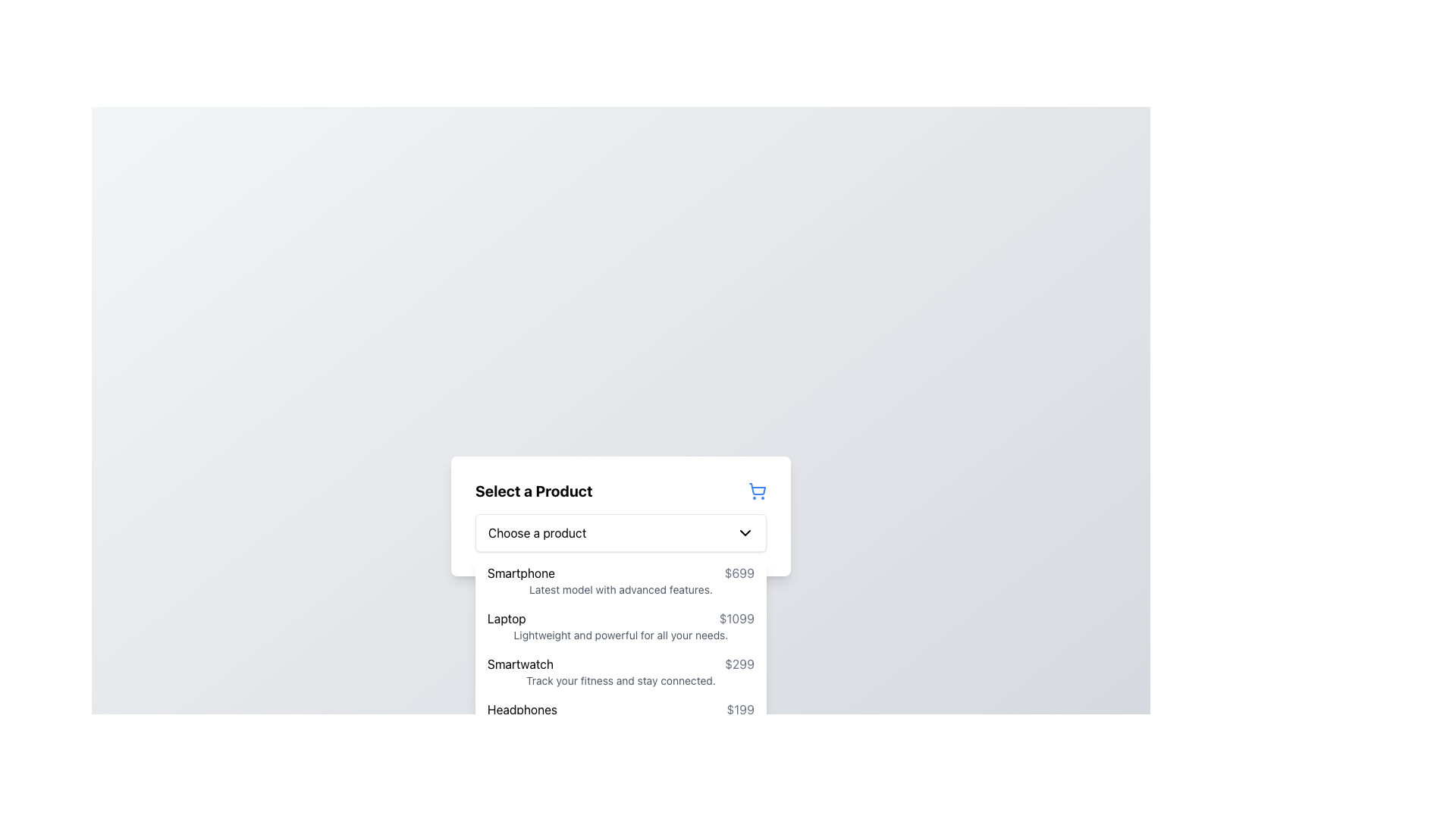 This screenshot has height=819, width=1456. Describe the element at coordinates (621, 532) in the screenshot. I see `the dropdown menu labeled 'Choose a product' located centrally within the white rectangular card box below the title 'Select a Product'` at that location.